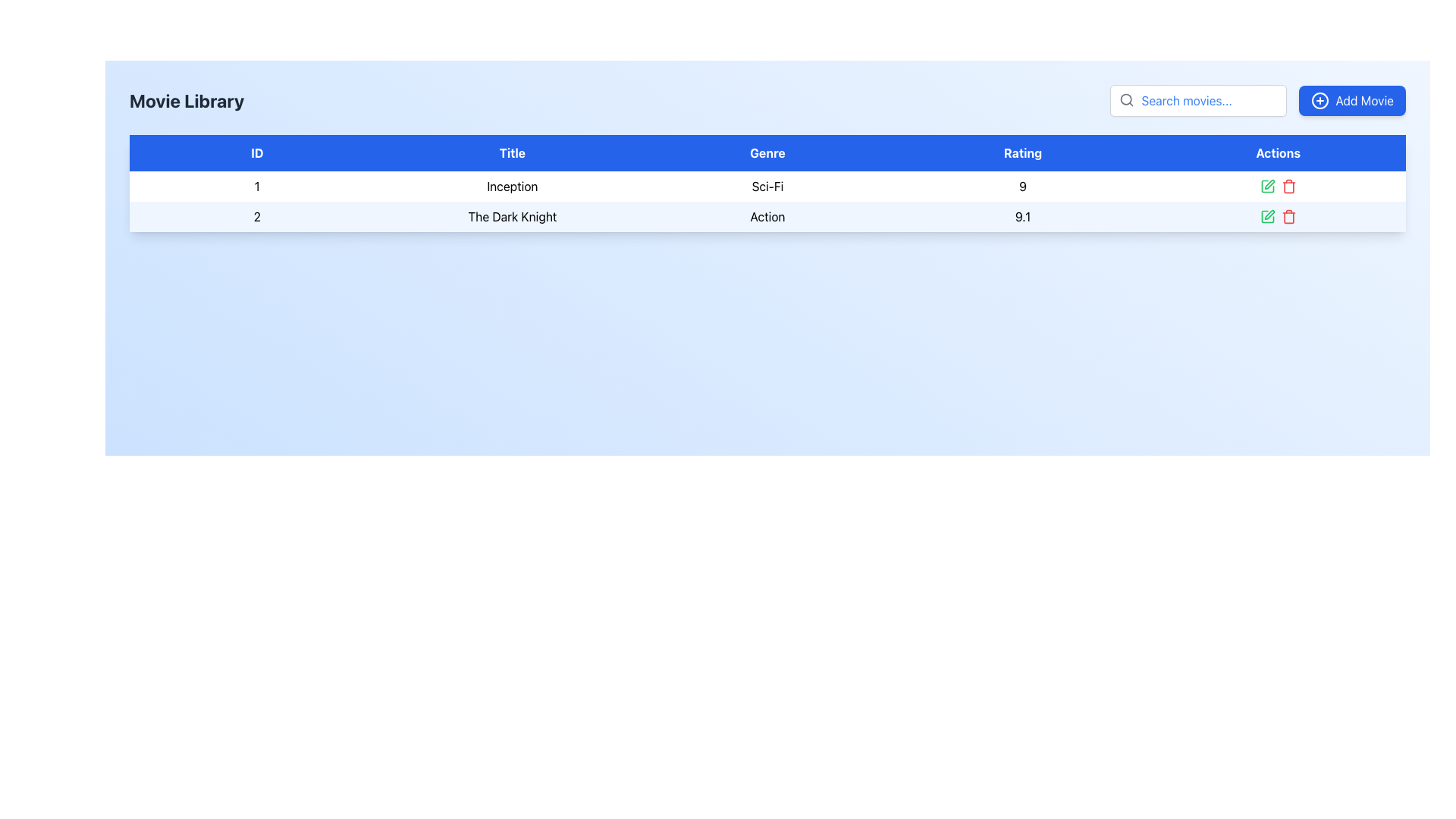 The width and height of the screenshot is (1456, 819). I want to click on the red-colored trash icon in the 'Actions' column of the second row under the 'Movie Library' section, so click(1288, 186).